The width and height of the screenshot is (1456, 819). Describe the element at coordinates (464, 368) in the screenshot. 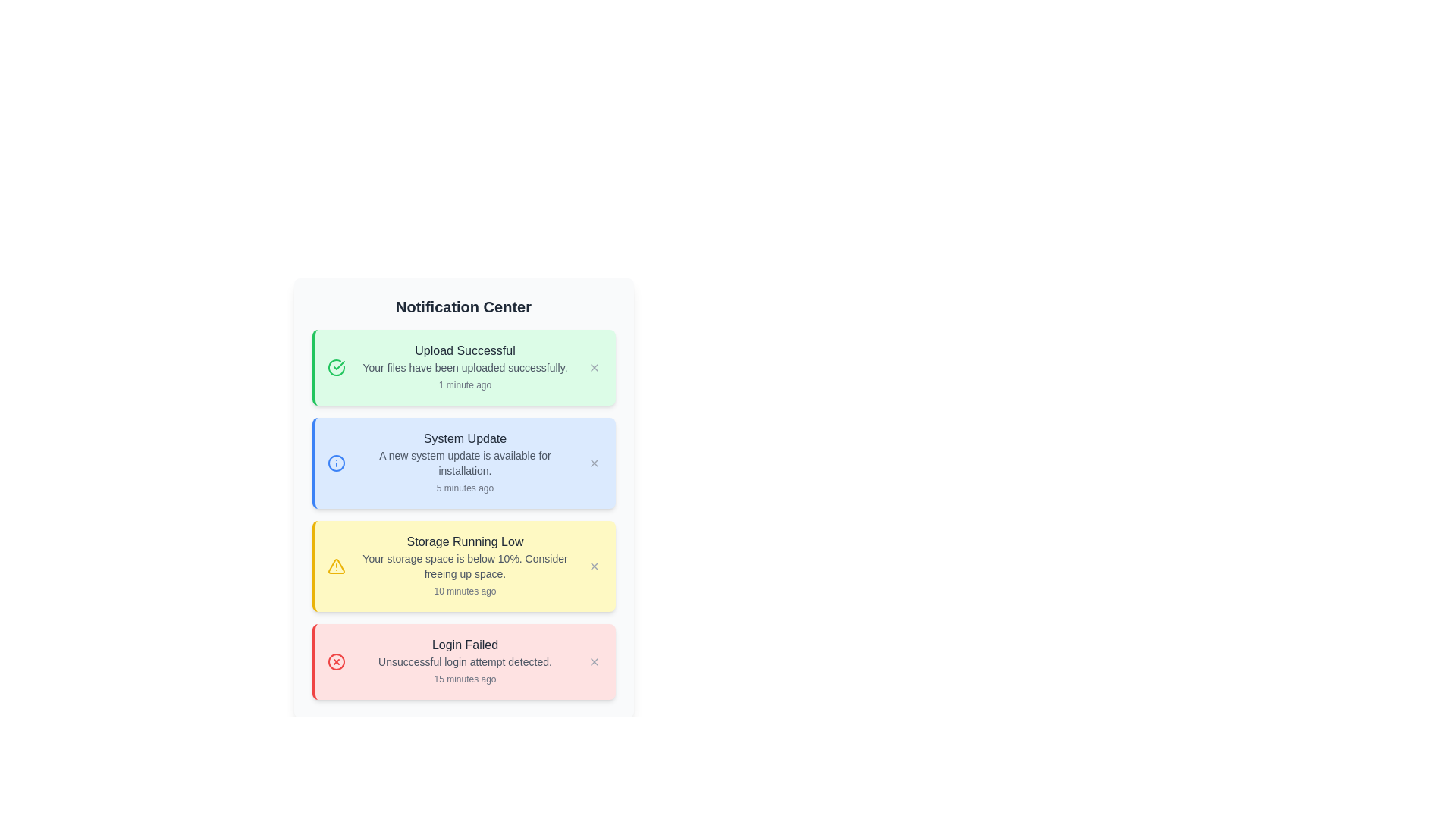

I see `the Notification message element, which displays 'Upload Successful' with additional details on a green background` at that location.